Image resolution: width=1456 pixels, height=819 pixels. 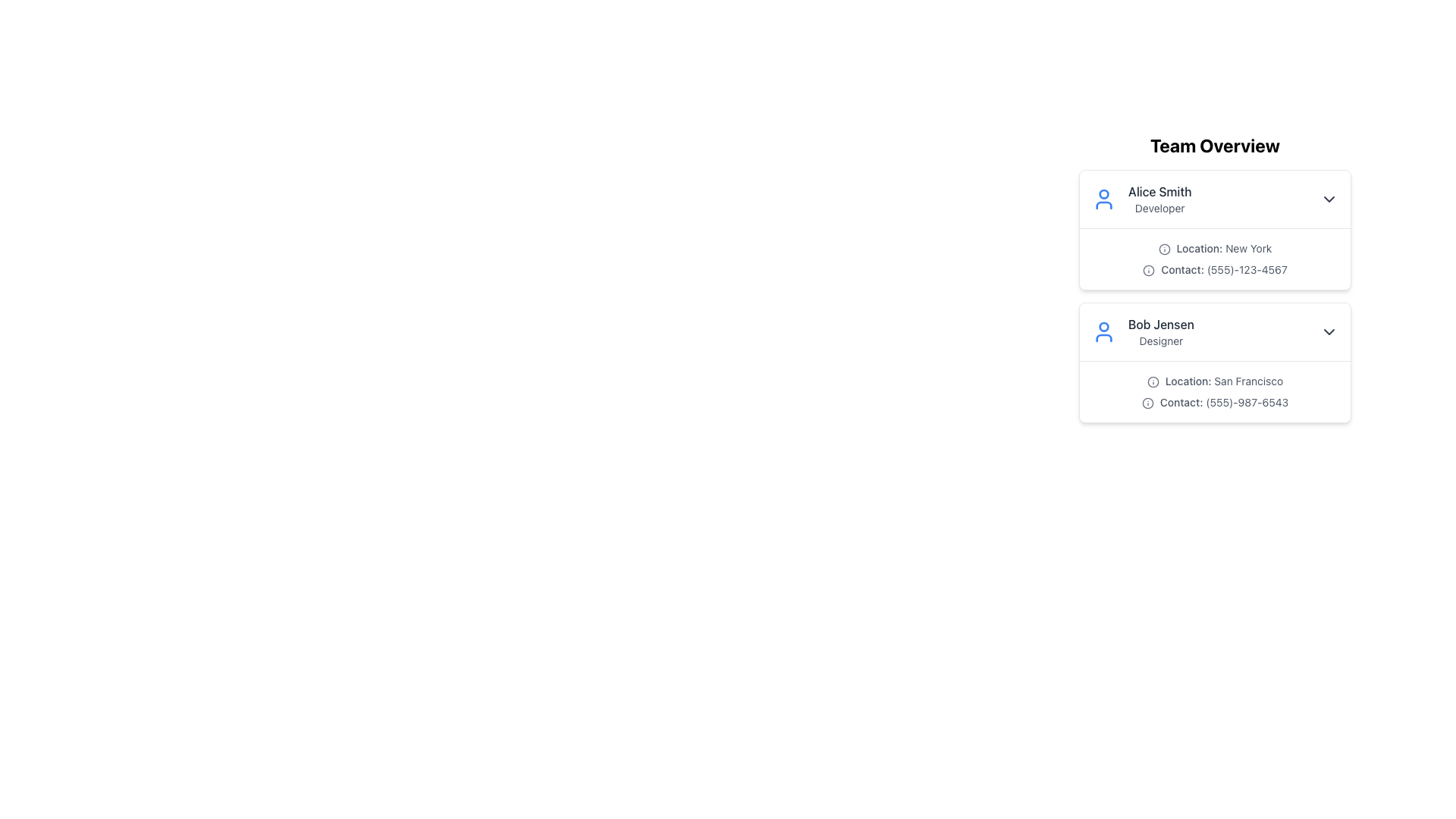 I want to click on the 'Contact:' label with icon displaying the contact number '(555)-123-4567', located in the second row of the 'Team Overview' list, so click(x=1215, y=268).